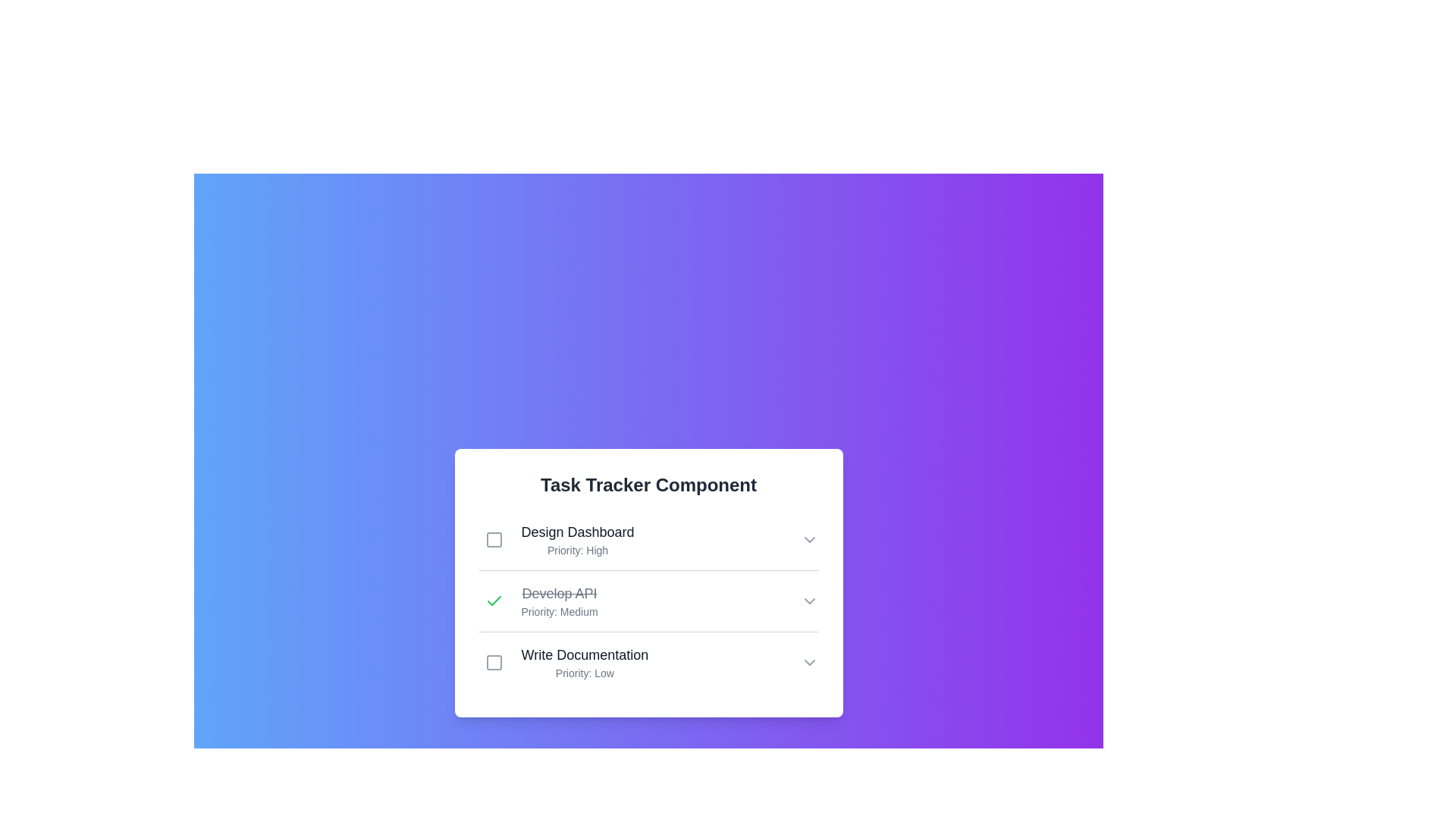  Describe the element at coordinates (808, 539) in the screenshot. I see `the chevron-down icon of the task Design Dashboard to observe its hover effect` at that location.